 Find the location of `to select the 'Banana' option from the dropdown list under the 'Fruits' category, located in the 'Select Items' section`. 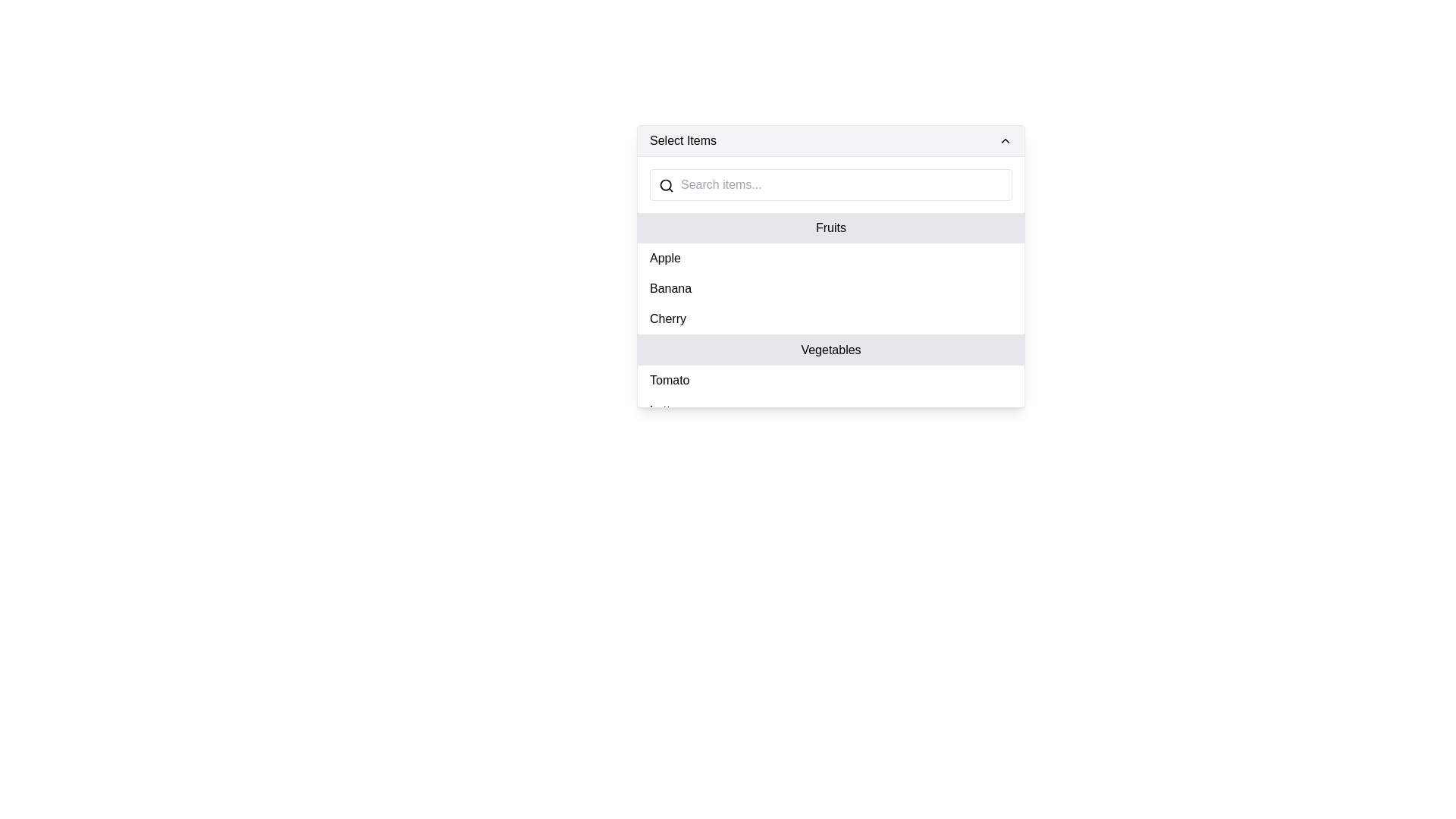

to select the 'Banana' option from the dropdown list under the 'Fruits' category, located in the 'Select Items' section is located at coordinates (830, 281).